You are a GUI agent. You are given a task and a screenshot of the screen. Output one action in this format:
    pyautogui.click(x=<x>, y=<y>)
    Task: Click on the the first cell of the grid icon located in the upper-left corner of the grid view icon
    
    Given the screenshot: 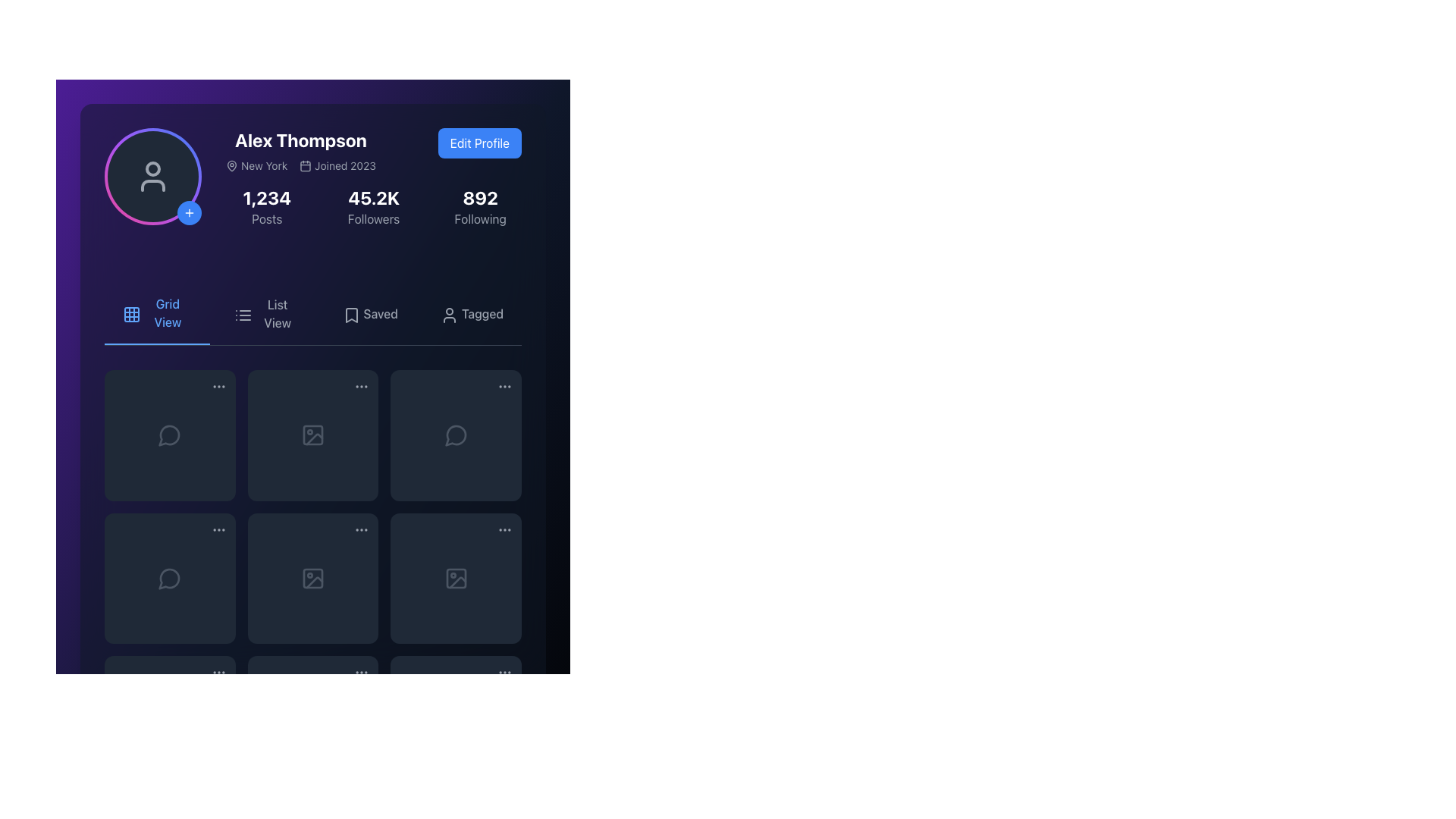 What is the action you would take?
    pyautogui.click(x=131, y=314)
    